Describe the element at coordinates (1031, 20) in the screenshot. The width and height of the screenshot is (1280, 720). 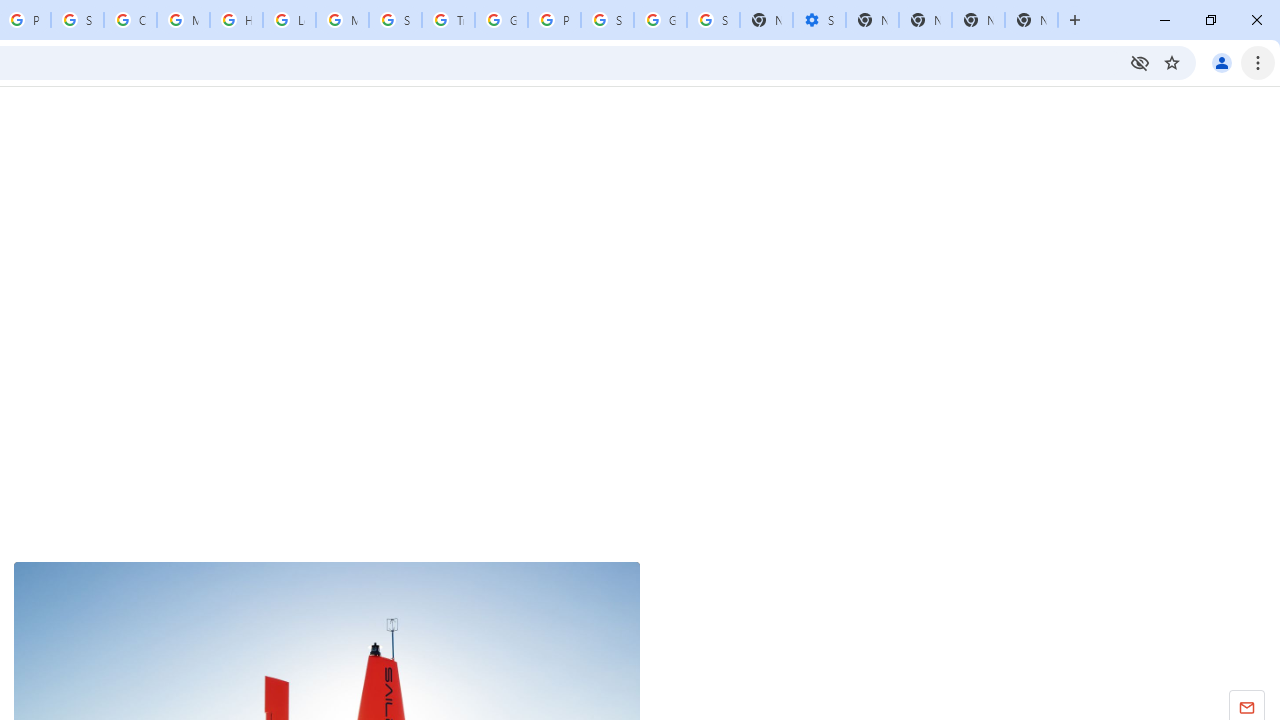
I see `'New Tab'` at that location.